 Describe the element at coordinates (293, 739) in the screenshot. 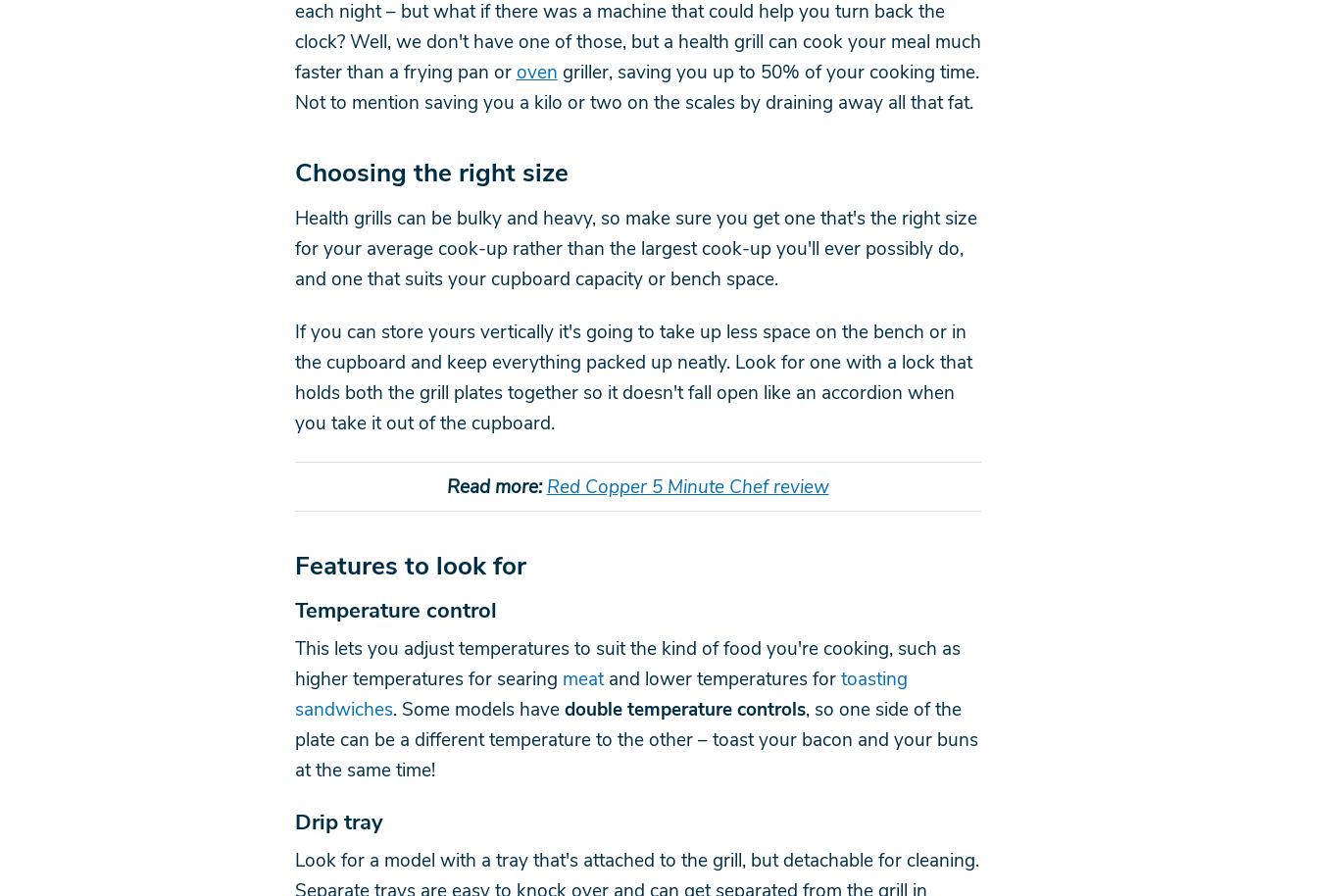

I see `', so one side of the plate can be a different temperature to the other – toast your bacon and your buns at the same time!'` at that location.